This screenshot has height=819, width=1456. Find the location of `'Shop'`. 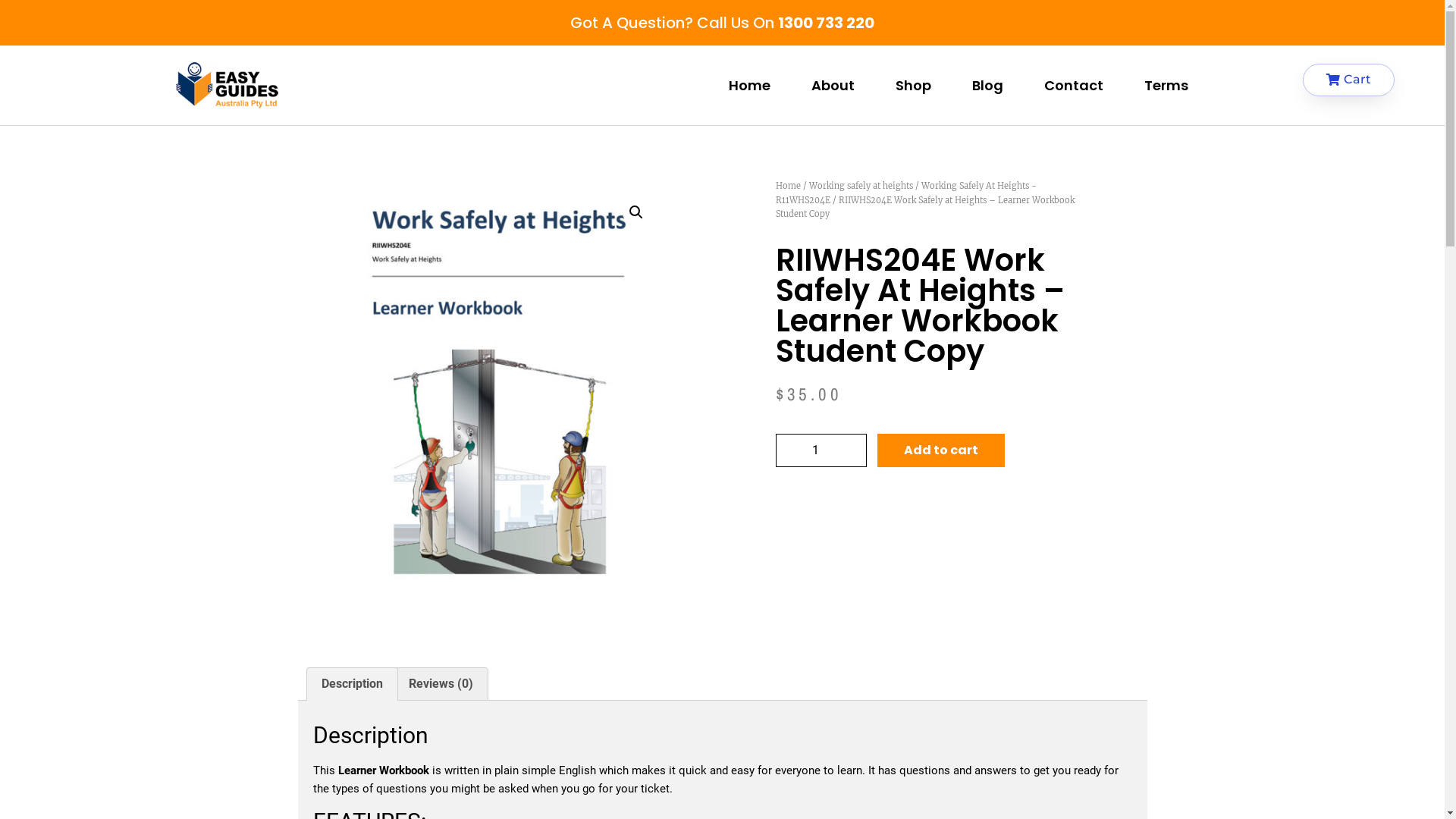

'Shop' is located at coordinates (874, 85).